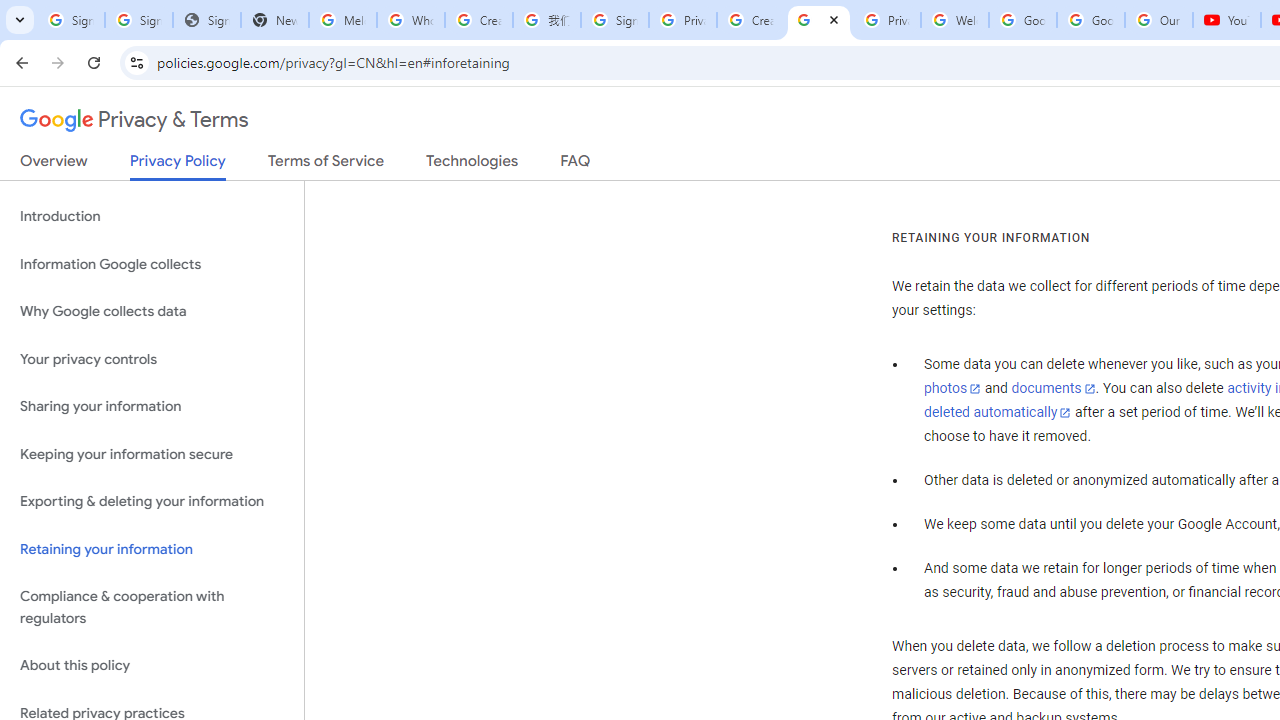  What do you see at coordinates (151, 312) in the screenshot?
I see `'Why Google collects data'` at bounding box center [151, 312].